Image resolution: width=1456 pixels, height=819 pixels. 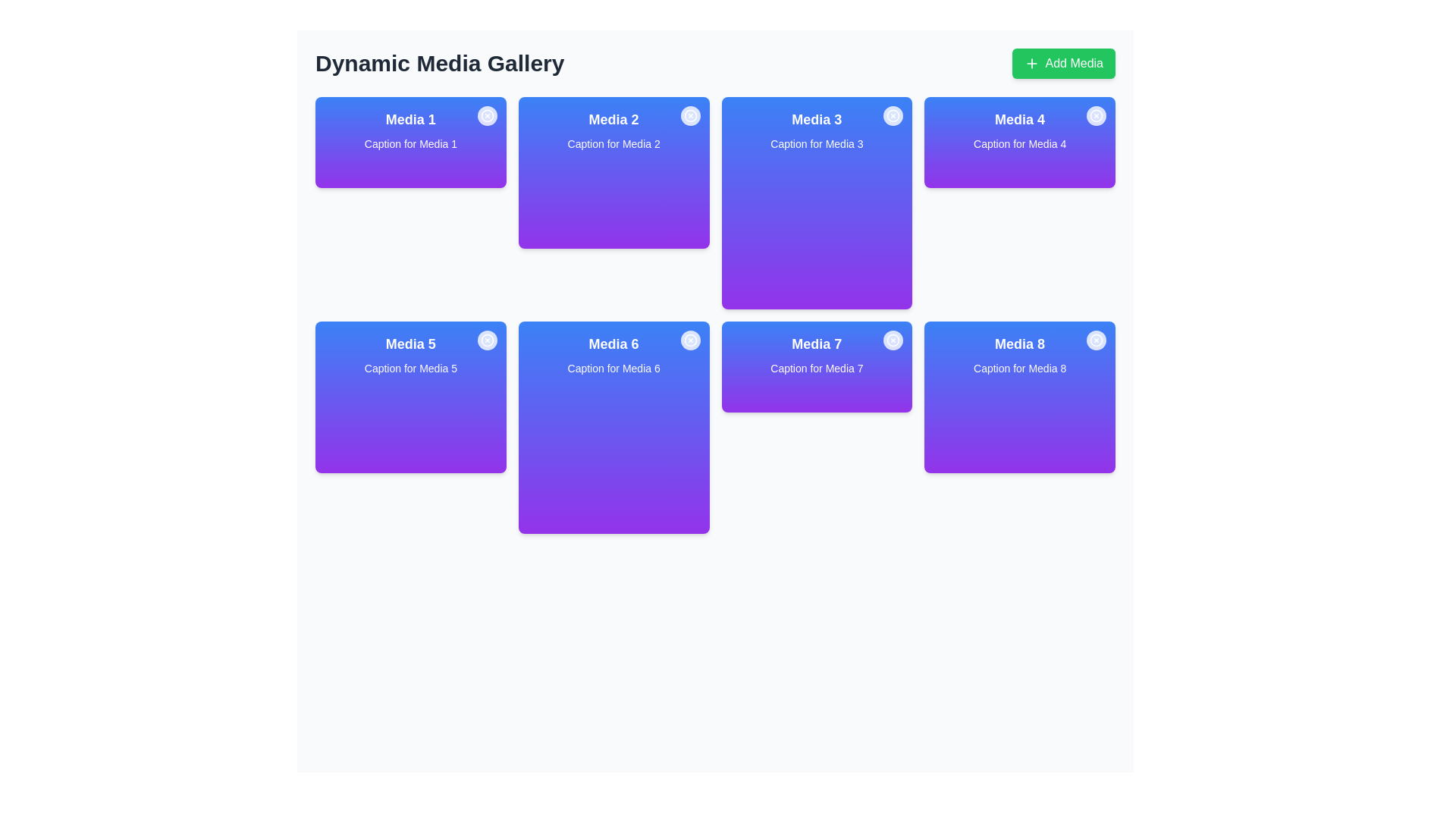 What do you see at coordinates (410, 143) in the screenshot?
I see `the static text element that provides additional descriptive information for 'Media 1', located within the card labeled 'Media 1'` at bounding box center [410, 143].